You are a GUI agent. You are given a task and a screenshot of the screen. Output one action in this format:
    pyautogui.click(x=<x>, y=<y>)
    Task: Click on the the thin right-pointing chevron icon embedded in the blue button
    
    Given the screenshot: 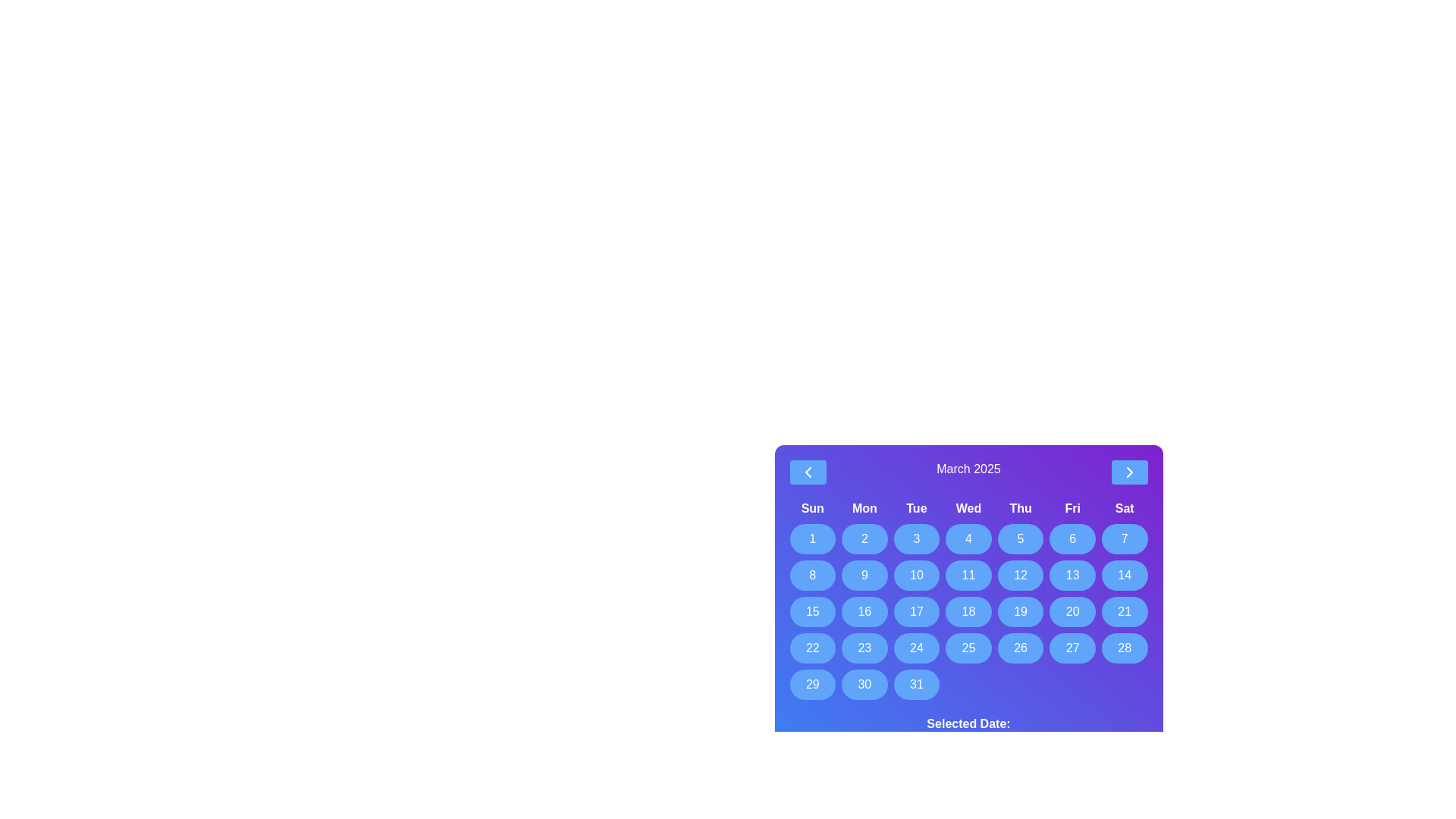 What is the action you would take?
    pyautogui.click(x=1129, y=472)
    